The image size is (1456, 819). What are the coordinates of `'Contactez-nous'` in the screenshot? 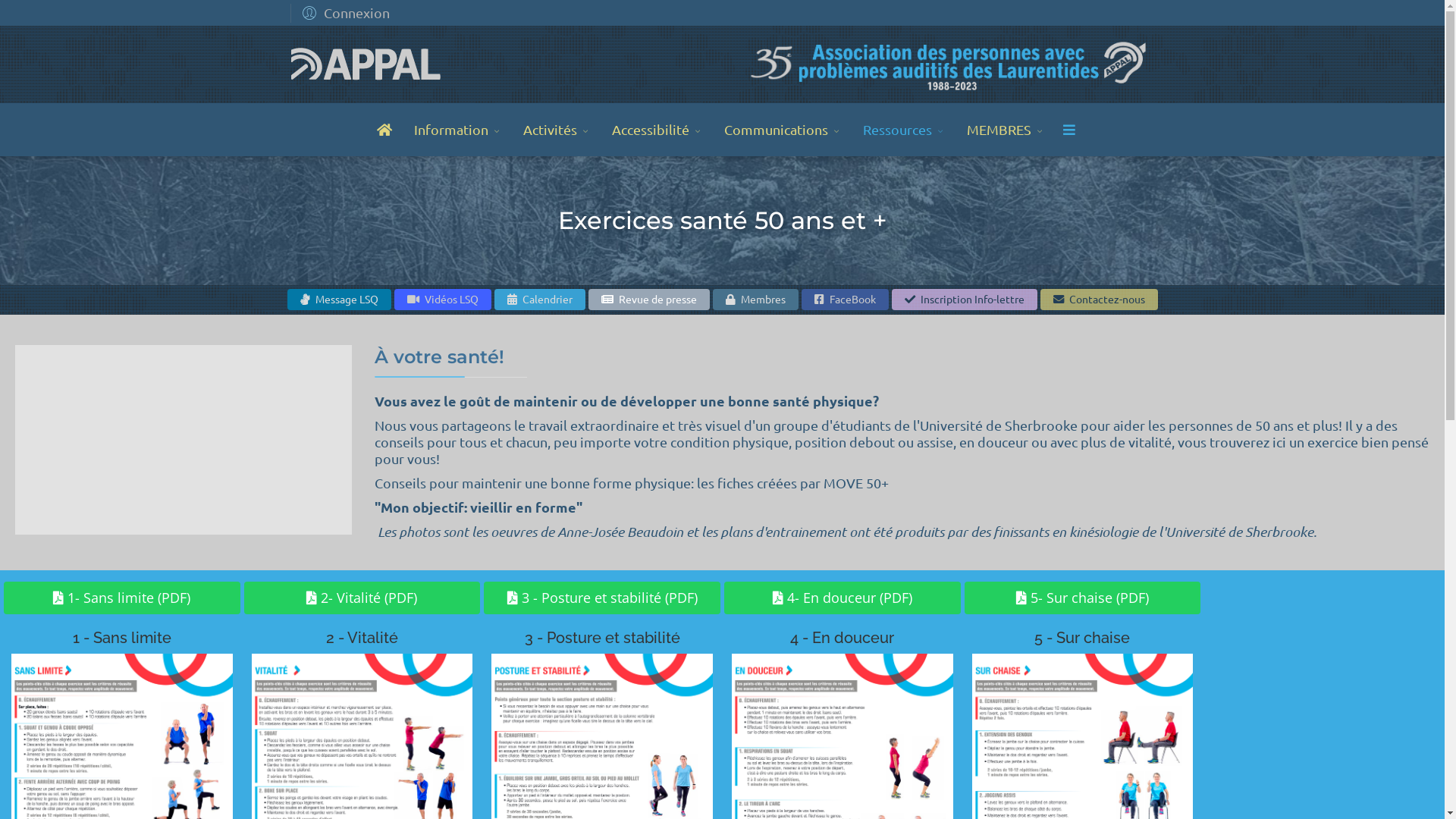 It's located at (1099, 299).